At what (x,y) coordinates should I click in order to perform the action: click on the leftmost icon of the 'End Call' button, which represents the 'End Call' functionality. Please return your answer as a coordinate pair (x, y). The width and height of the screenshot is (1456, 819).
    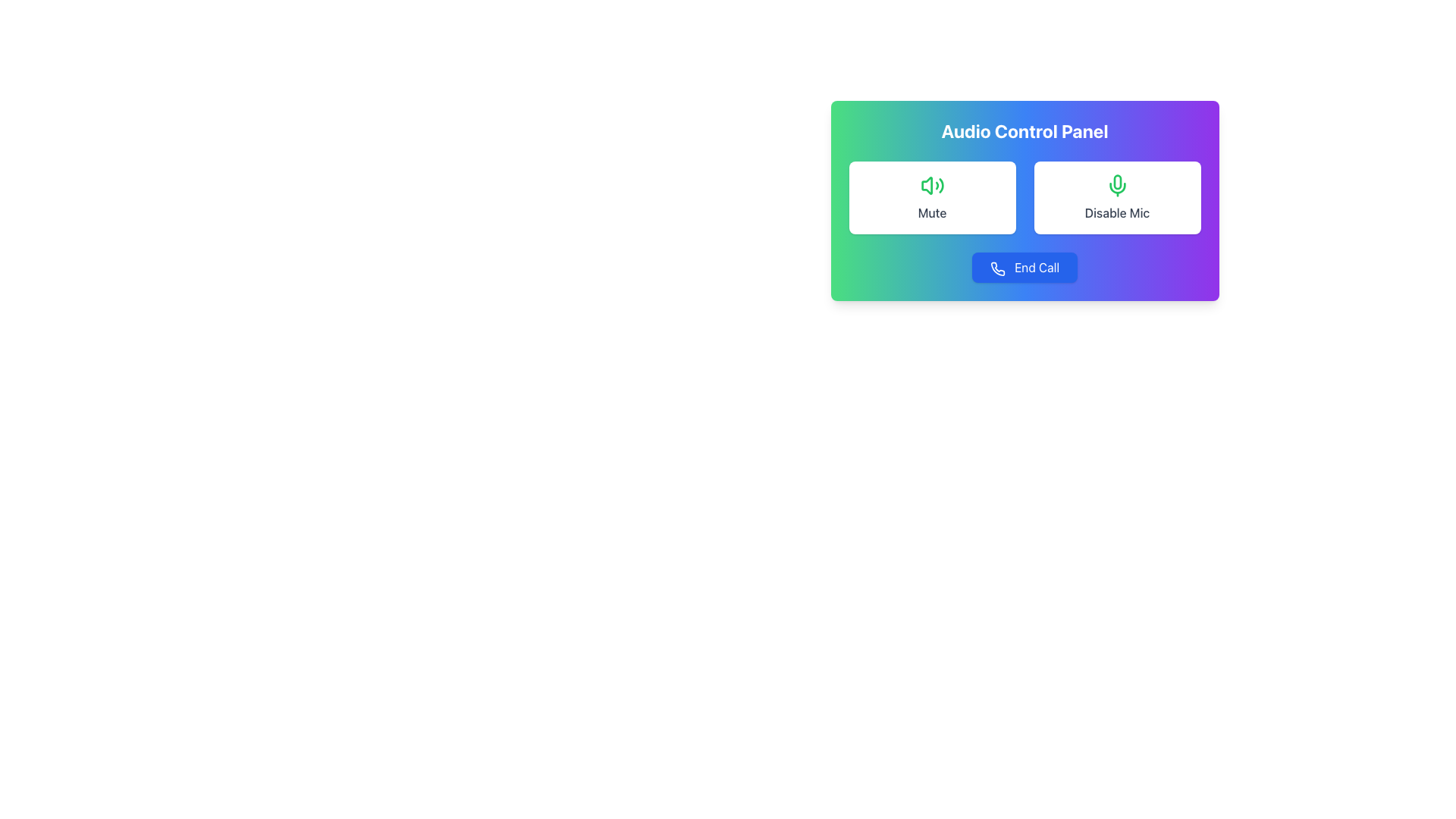
    Looking at the image, I should click on (997, 268).